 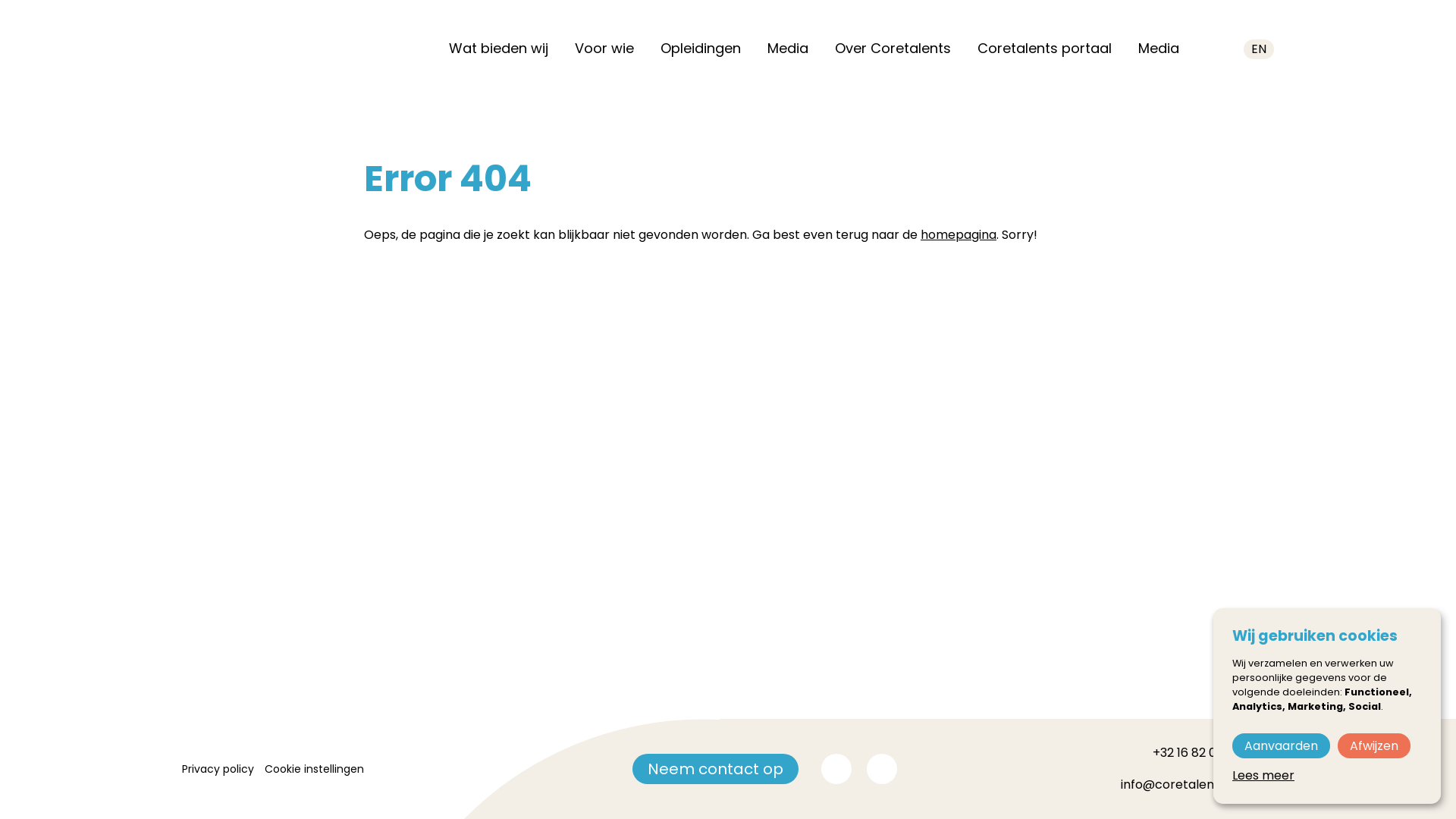 I want to click on 'Aanvaarden', so click(x=1280, y=745).